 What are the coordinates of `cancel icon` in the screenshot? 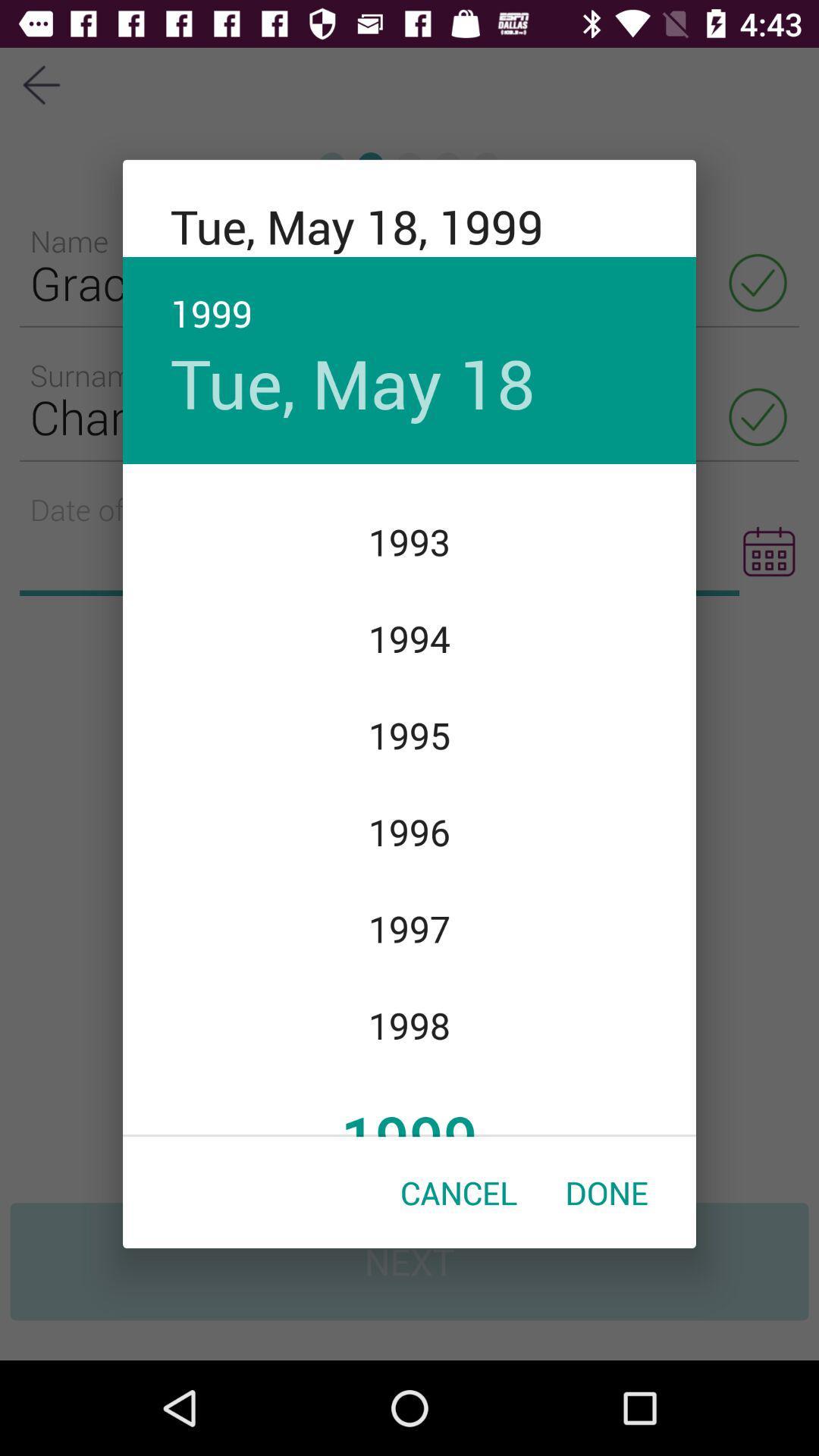 It's located at (458, 1191).